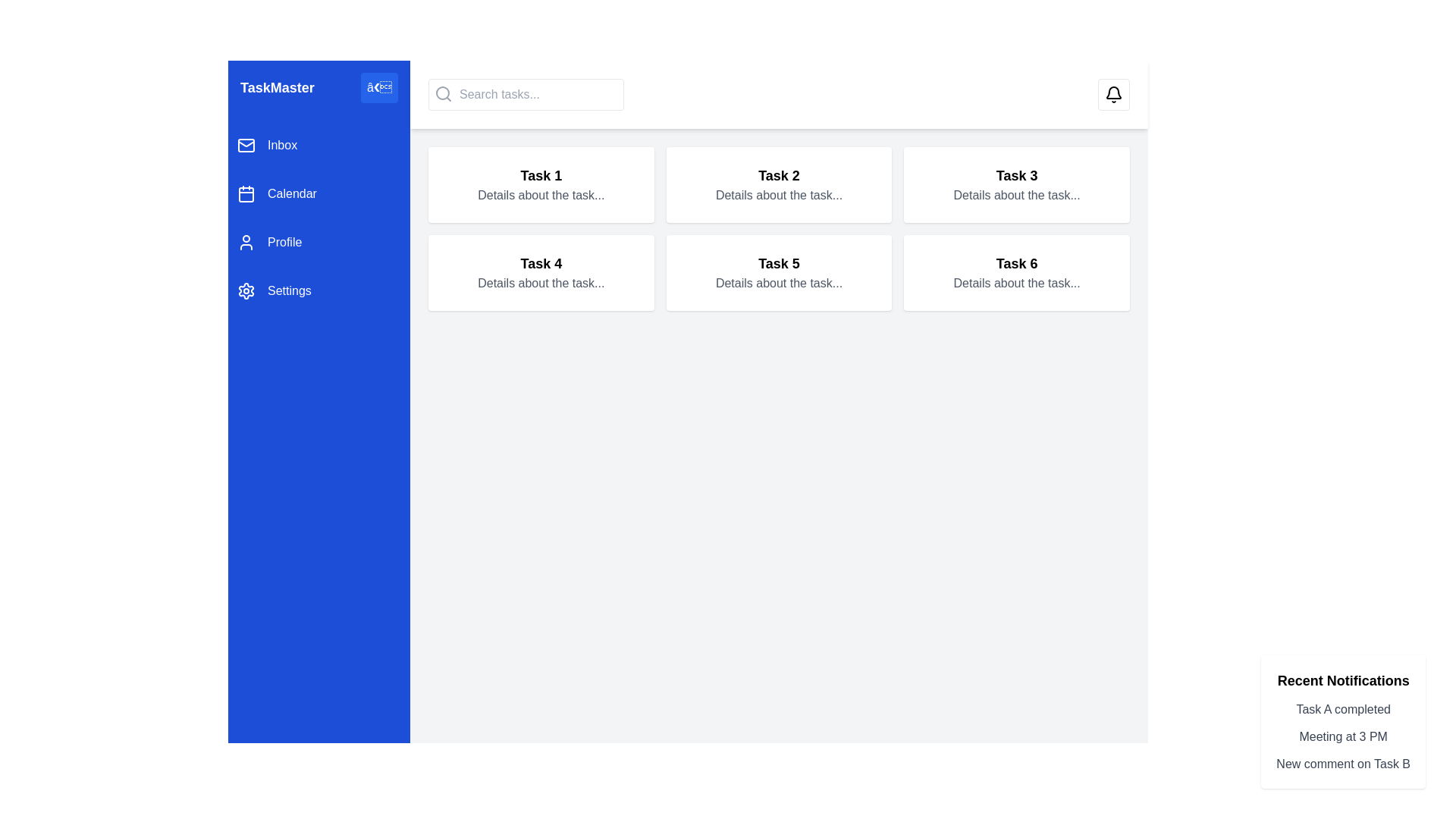 The width and height of the screenshot is (1456, 819). I want to click on text line styled in gray that says 'Details about the task...' located under the bold title 'Task 2' in the second column of the first row of the grid layout, so click(779, 195).